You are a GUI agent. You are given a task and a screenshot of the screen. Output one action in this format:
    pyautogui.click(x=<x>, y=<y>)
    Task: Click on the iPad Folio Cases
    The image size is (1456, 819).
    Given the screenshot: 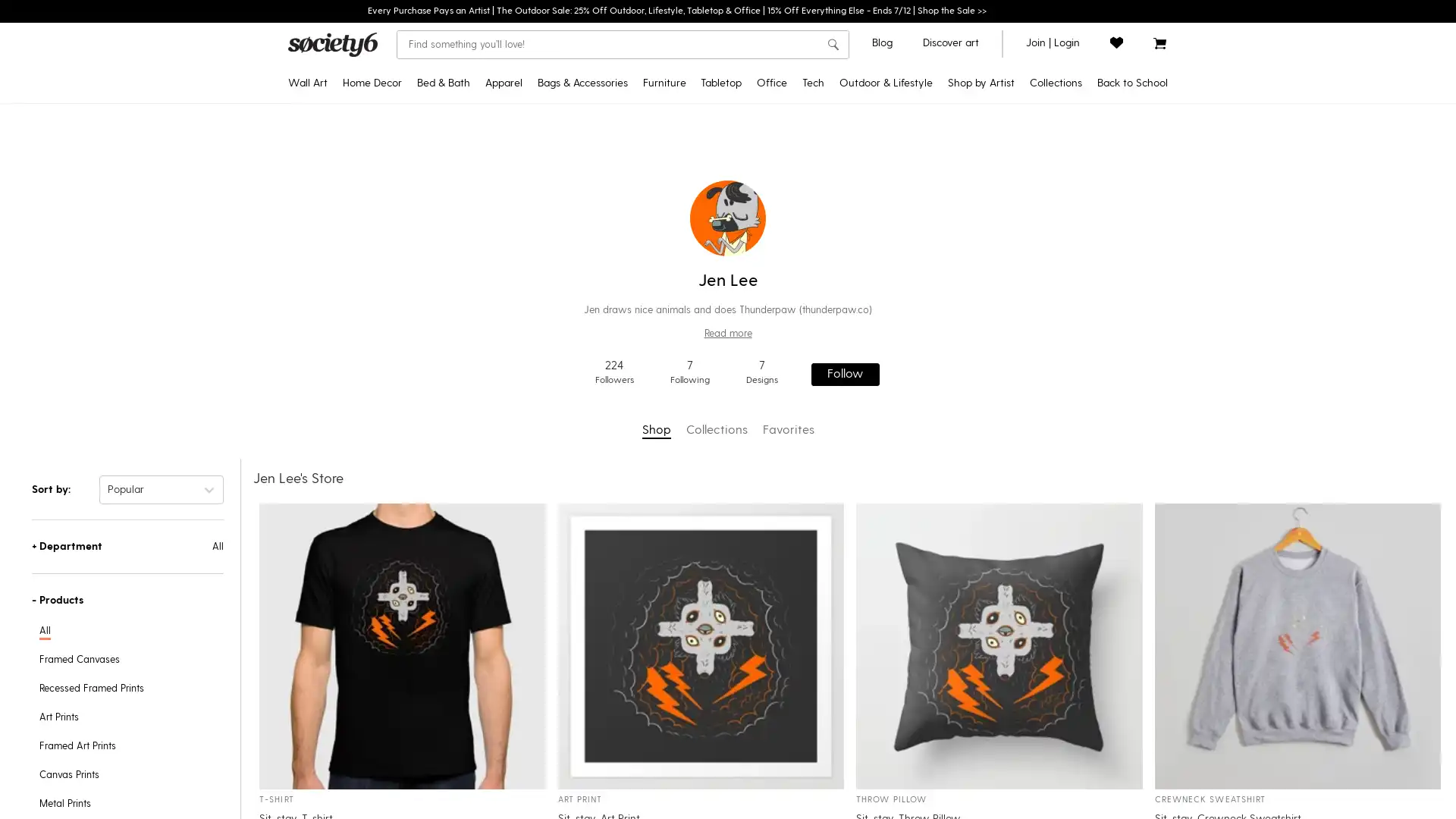 What is the action you would take?
    pyautogui.click(x=867, y=268)
    